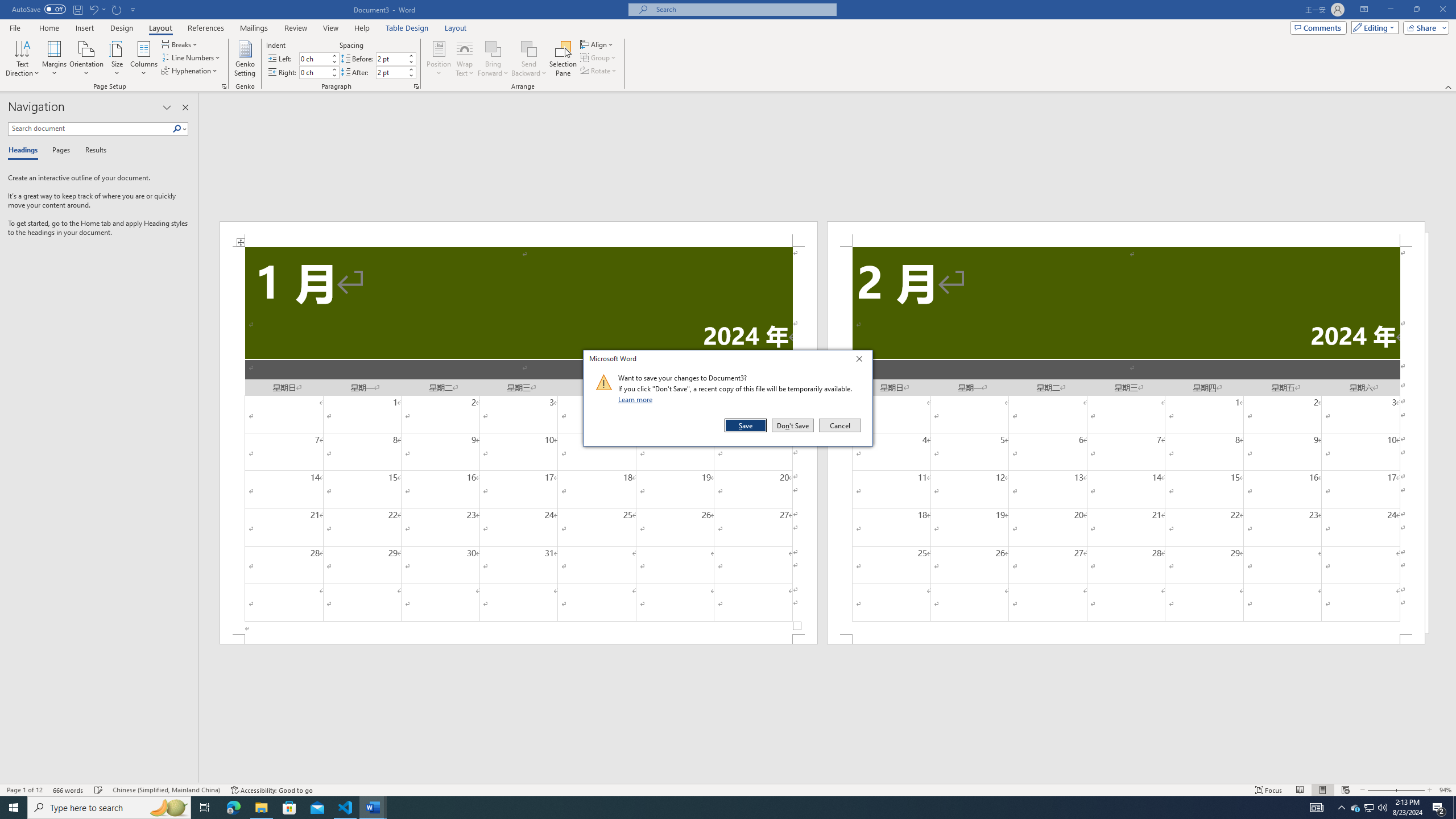  Describe the element at coordinates (260, 806) in the screenshot. I see `'File Explorer - 1 running window'` at that location.